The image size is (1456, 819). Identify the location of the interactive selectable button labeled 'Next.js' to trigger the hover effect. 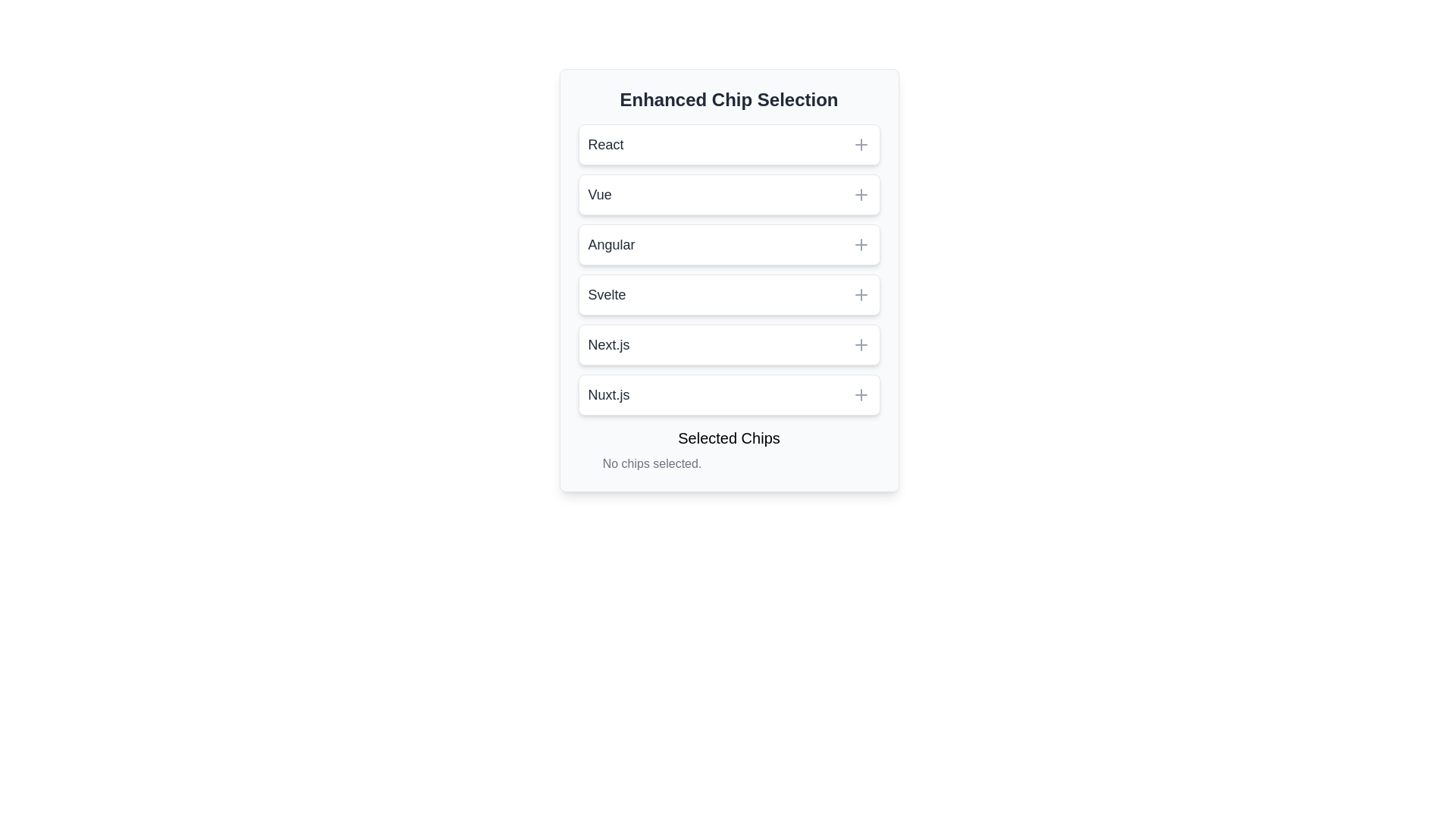
(729, 345).